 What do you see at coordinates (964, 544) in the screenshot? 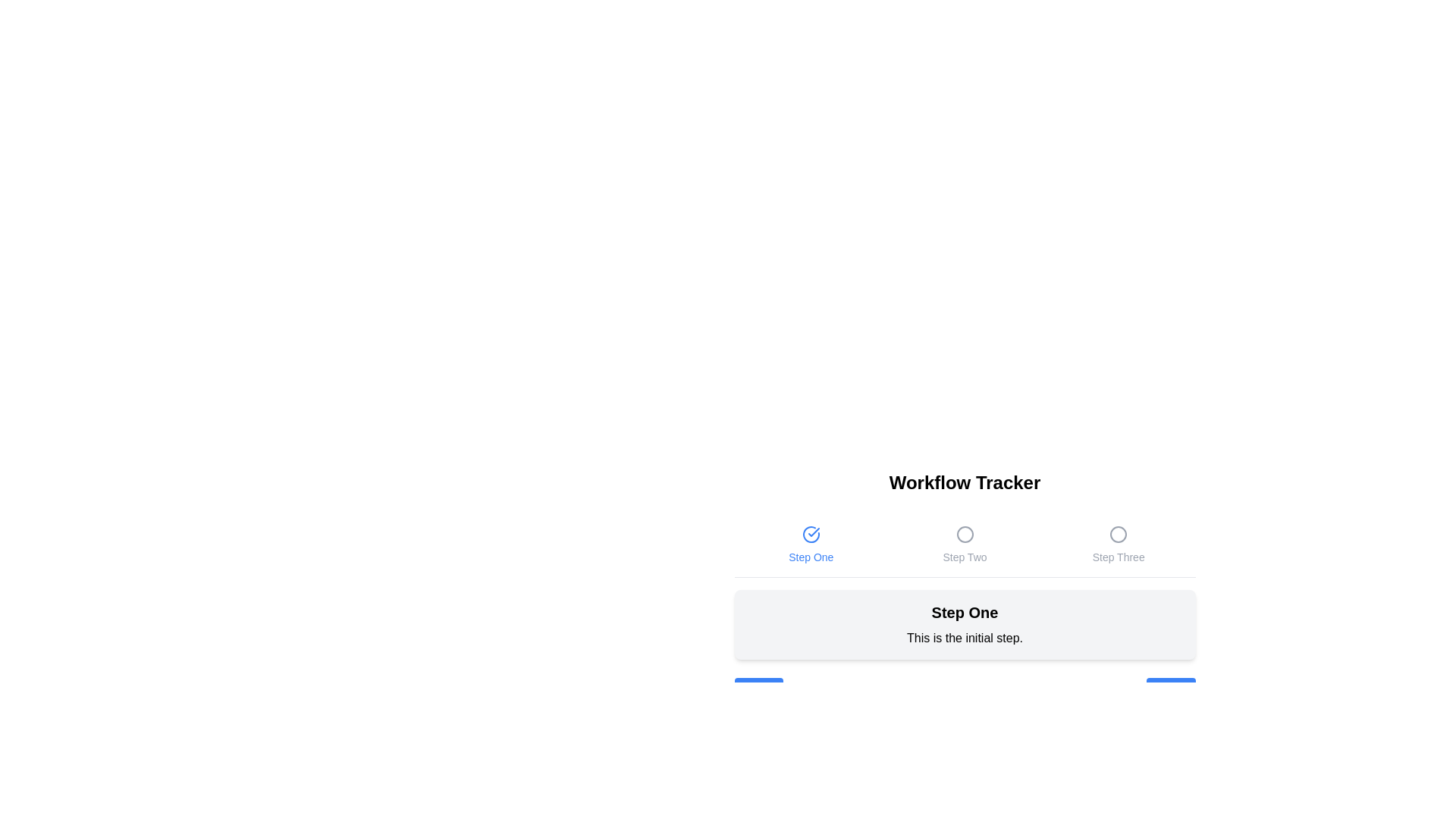
I see `the 'Step Two' circular icon in the workflow tracker, which is styled with a gray outline and located between the active first step and the inactive third step` at bounding box center [964, 544].